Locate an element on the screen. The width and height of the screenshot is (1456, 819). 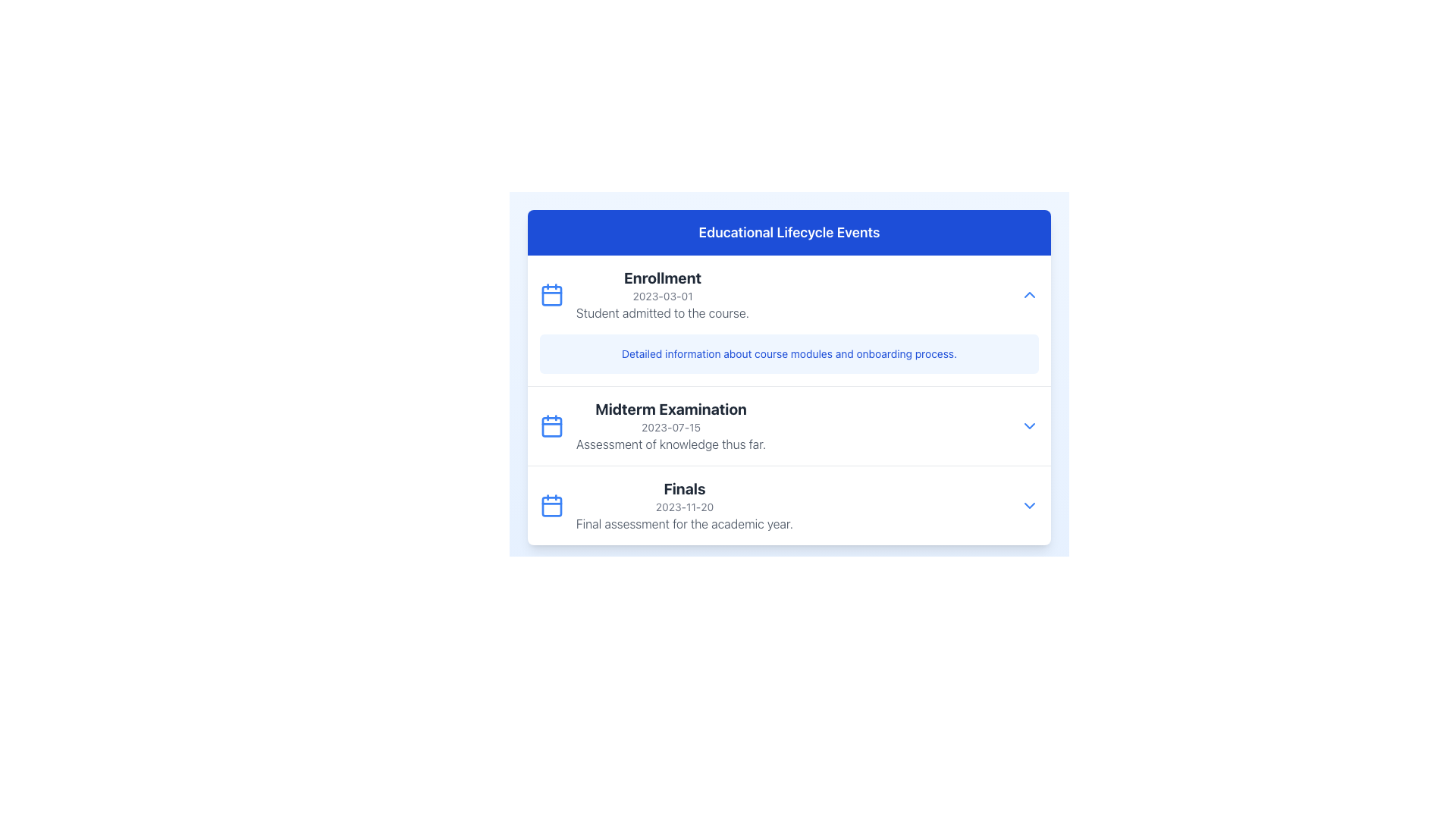
the 'Midterm Examination' subsection within the 'Educational Lifecycle Events' section is located at coordinates (789, 400).